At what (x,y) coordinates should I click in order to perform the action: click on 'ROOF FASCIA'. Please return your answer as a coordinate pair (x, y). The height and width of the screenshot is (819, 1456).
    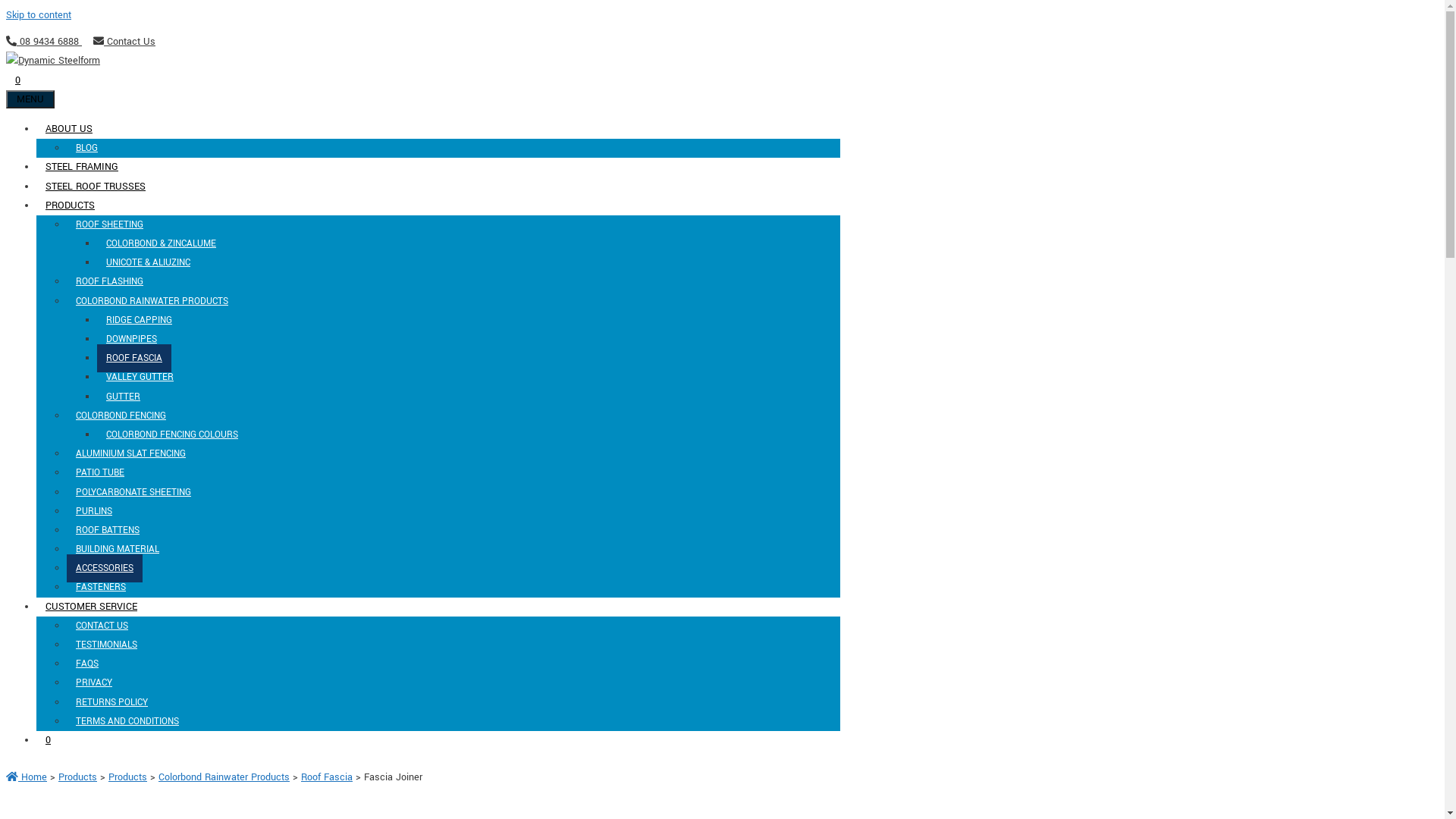
    Looking at the image, I should click on (134, 358).